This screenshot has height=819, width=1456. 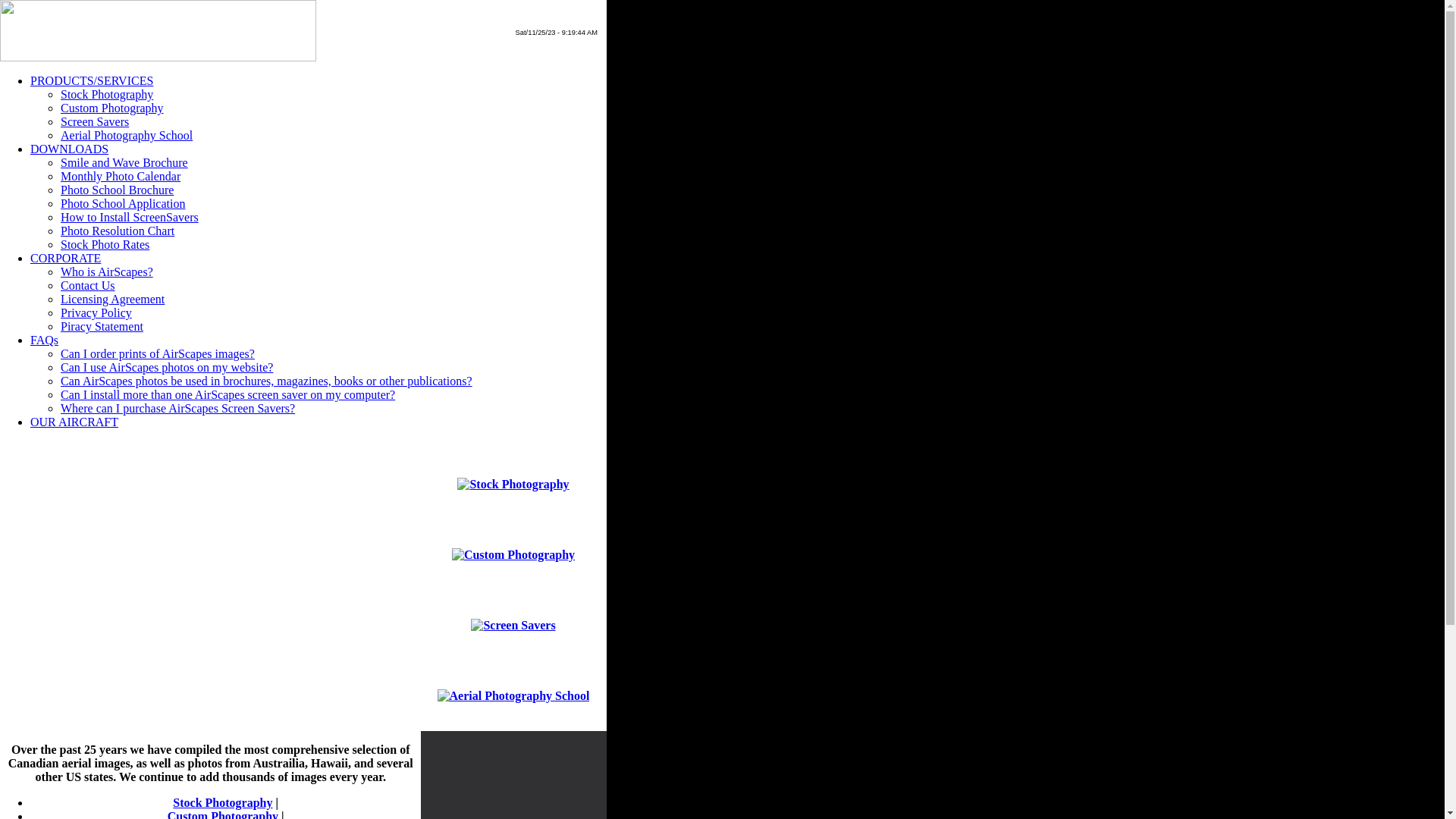 I want to click on 'CORPORATE', so click(x=64, y=257).